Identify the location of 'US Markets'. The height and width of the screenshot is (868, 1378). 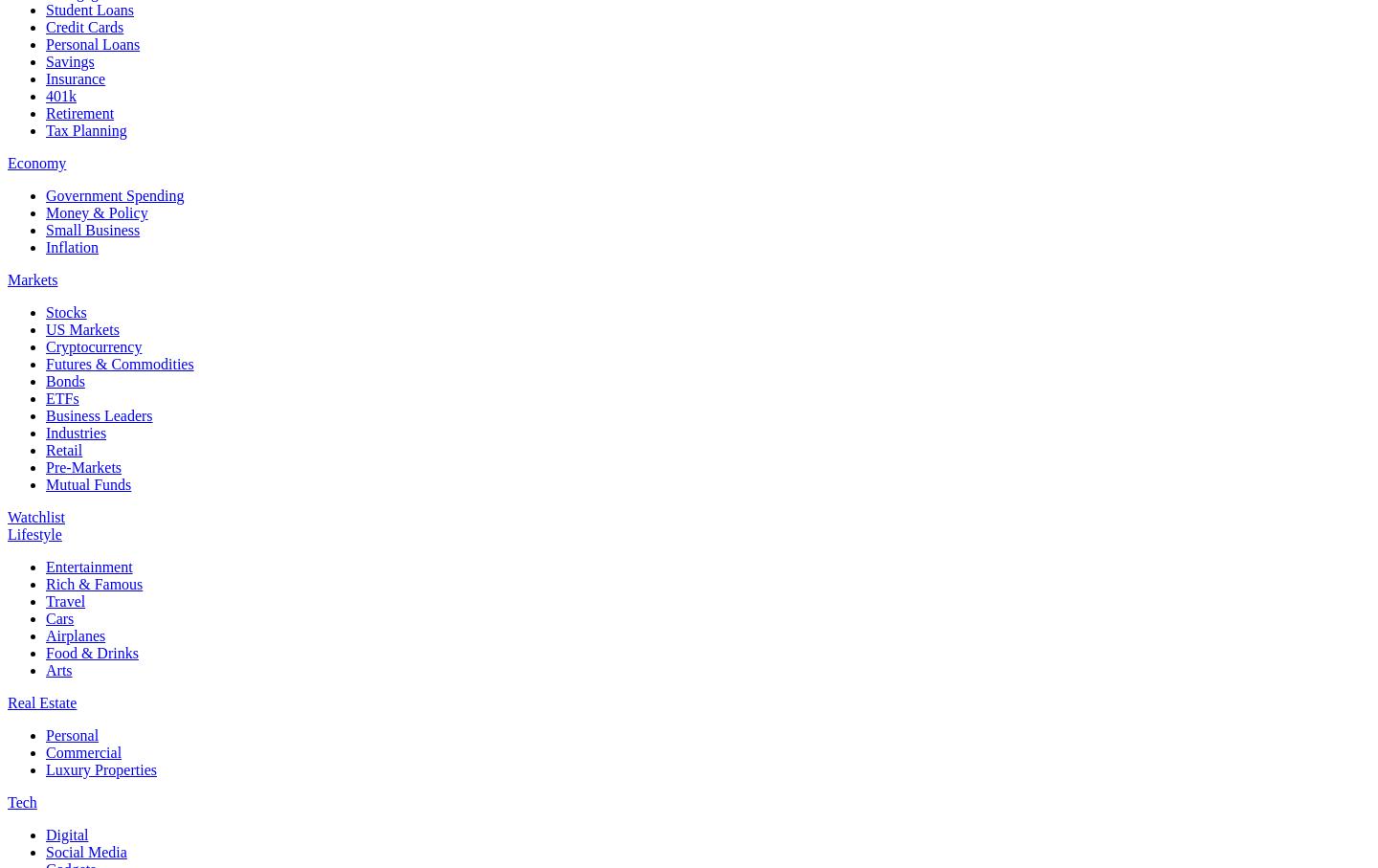
(81, 327).